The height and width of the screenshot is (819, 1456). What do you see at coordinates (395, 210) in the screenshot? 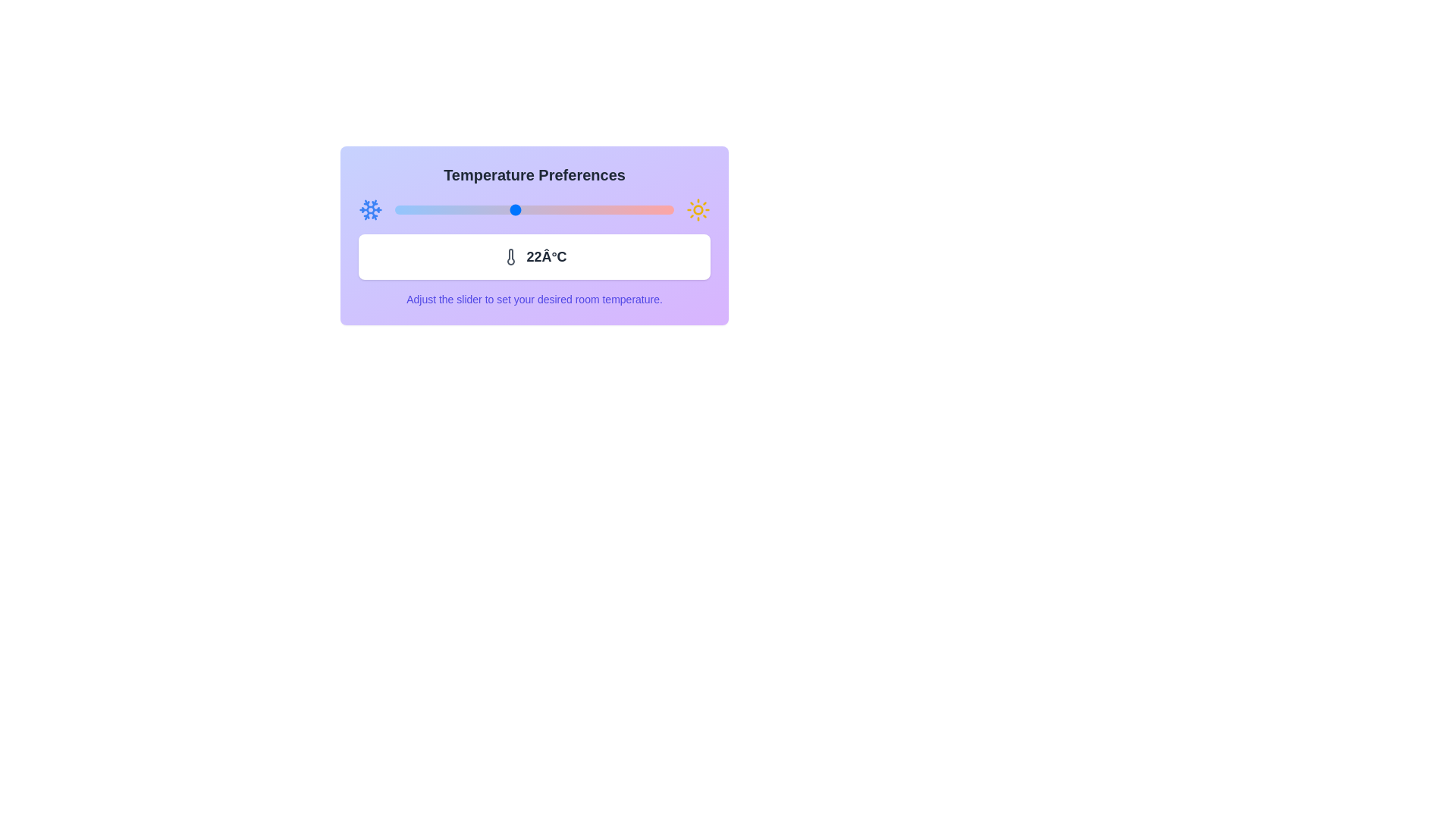
I see `the slider to set the temperature to 16°C` at bounding box center [395, 210].